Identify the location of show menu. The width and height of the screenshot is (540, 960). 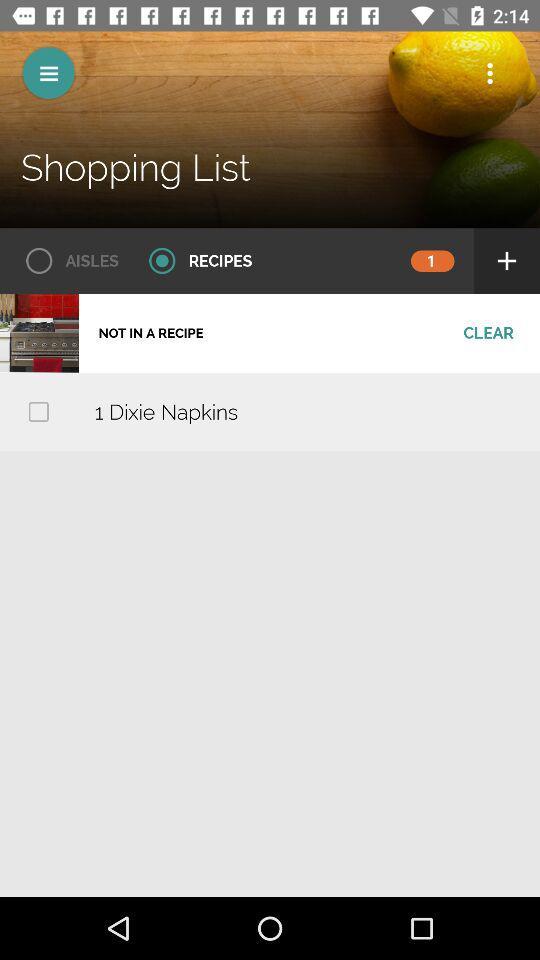
(48, 73).